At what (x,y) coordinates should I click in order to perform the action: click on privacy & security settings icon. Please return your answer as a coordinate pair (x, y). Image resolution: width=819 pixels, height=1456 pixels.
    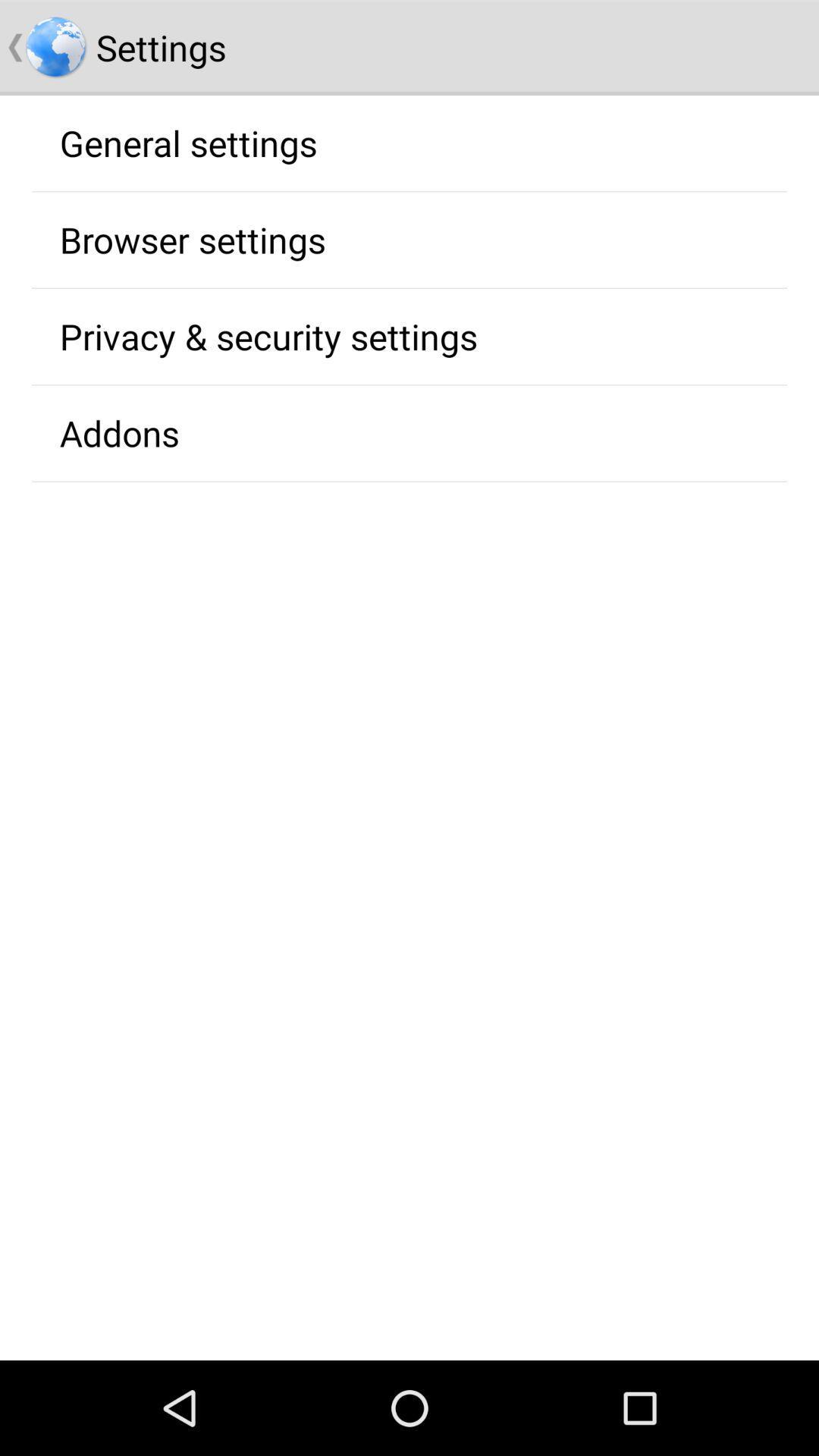
    Looking at the image, I should click on (268, 335).